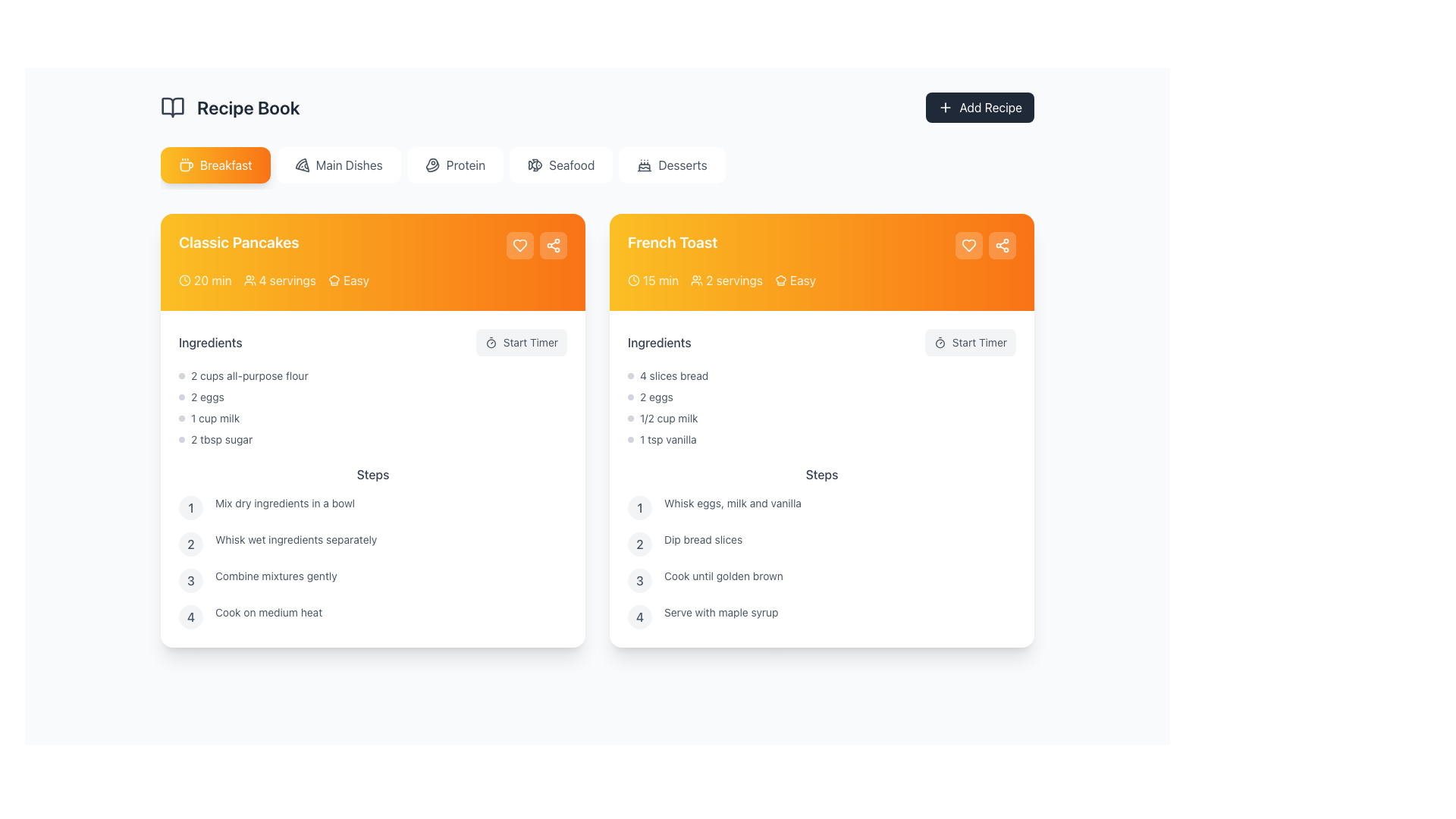 Image resolution: width=1456 pixels, height=819 pixels. Describe the element at coordinates (968, 245) in the screenshot. I see `on the 'Favorite' or 'Like' icon button located at the top-right corner of the 'French Toast' card` at that location.